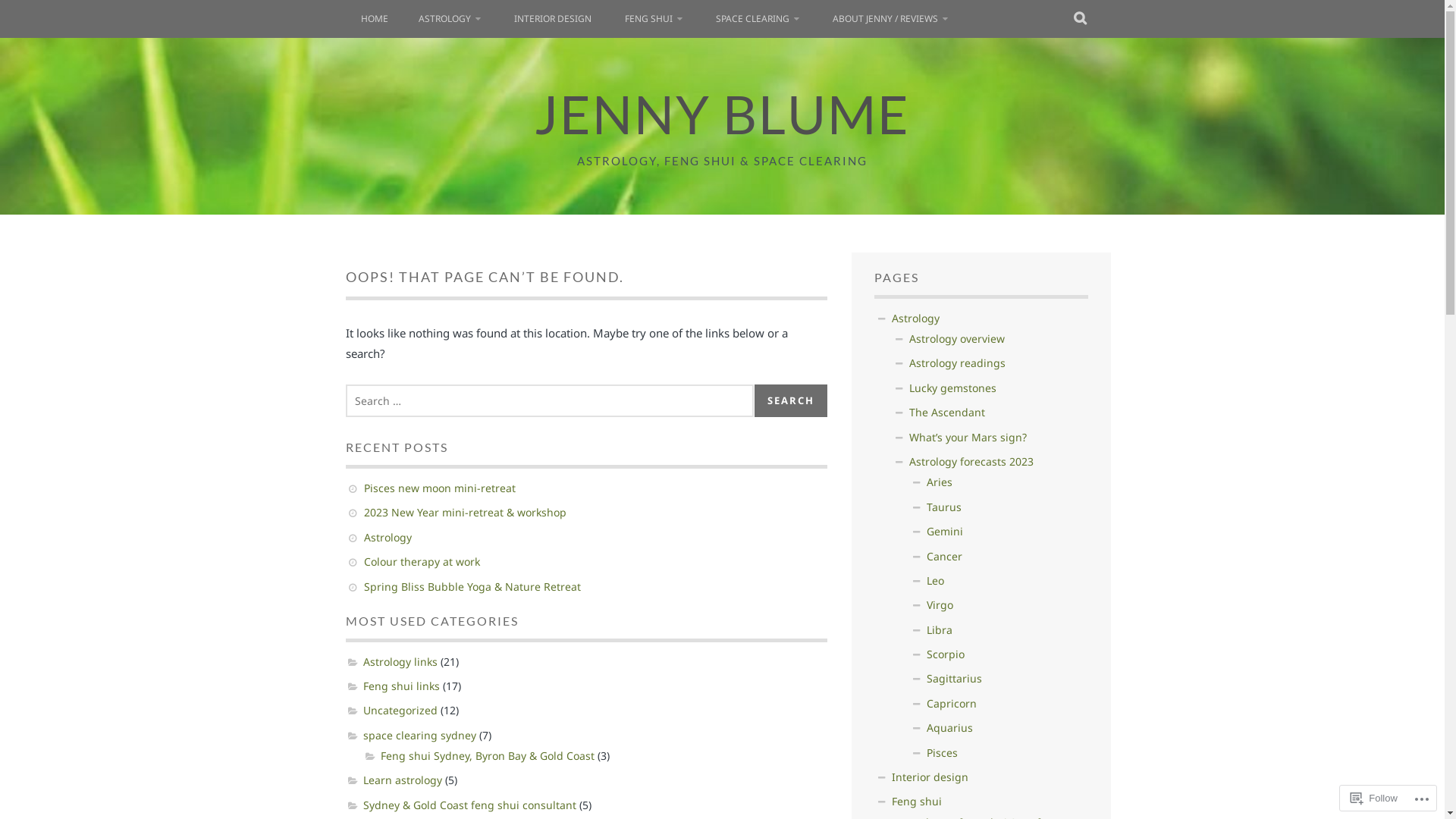 Image resolution: width=1456 pixels, height=819 pixels. What do you see at coordinates (422, 561) in the screenshot?
I see `'Colour therapy at work'` at bounding box center [422, 561].